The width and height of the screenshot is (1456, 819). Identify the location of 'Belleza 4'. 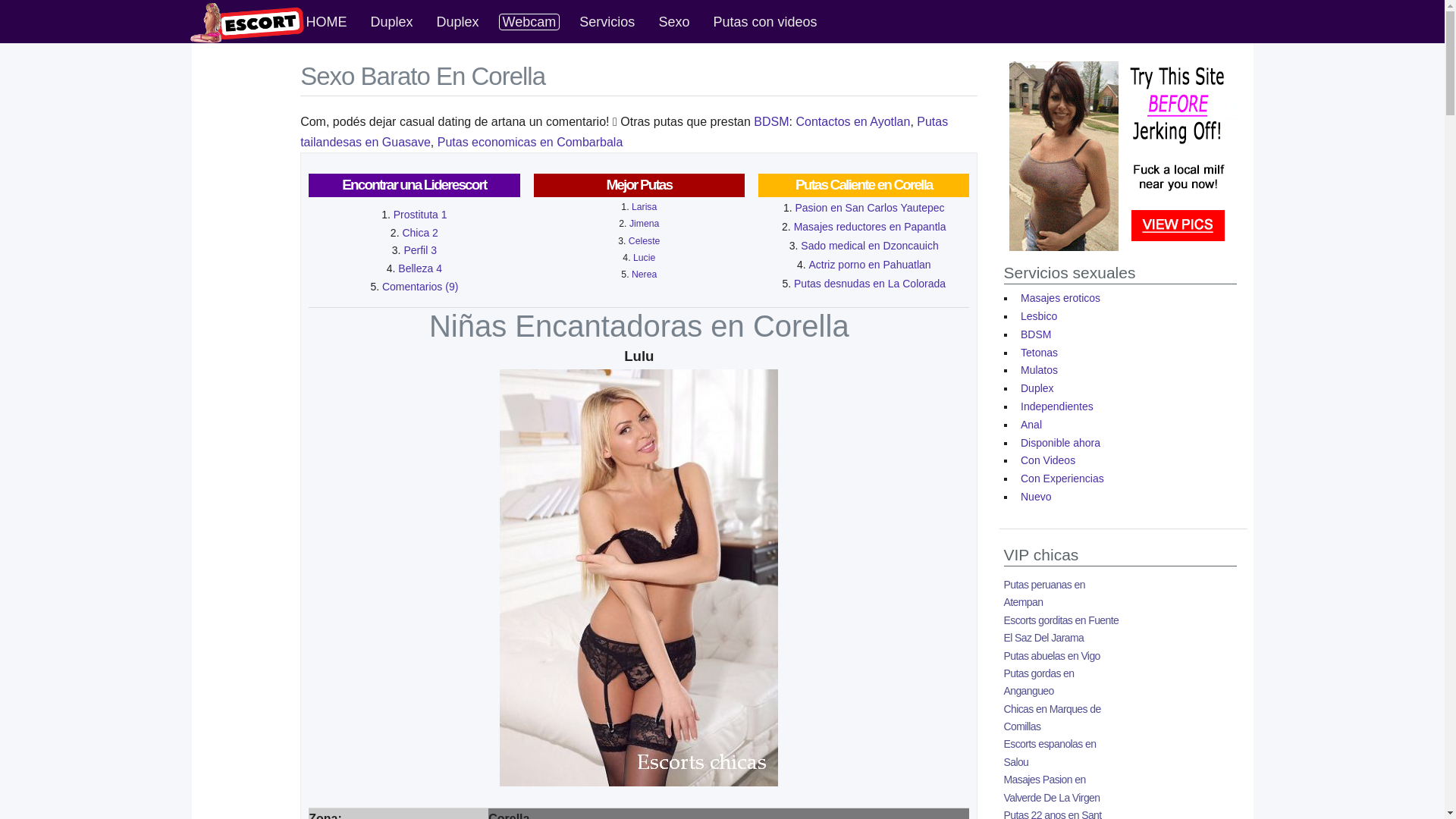
(419, 268).